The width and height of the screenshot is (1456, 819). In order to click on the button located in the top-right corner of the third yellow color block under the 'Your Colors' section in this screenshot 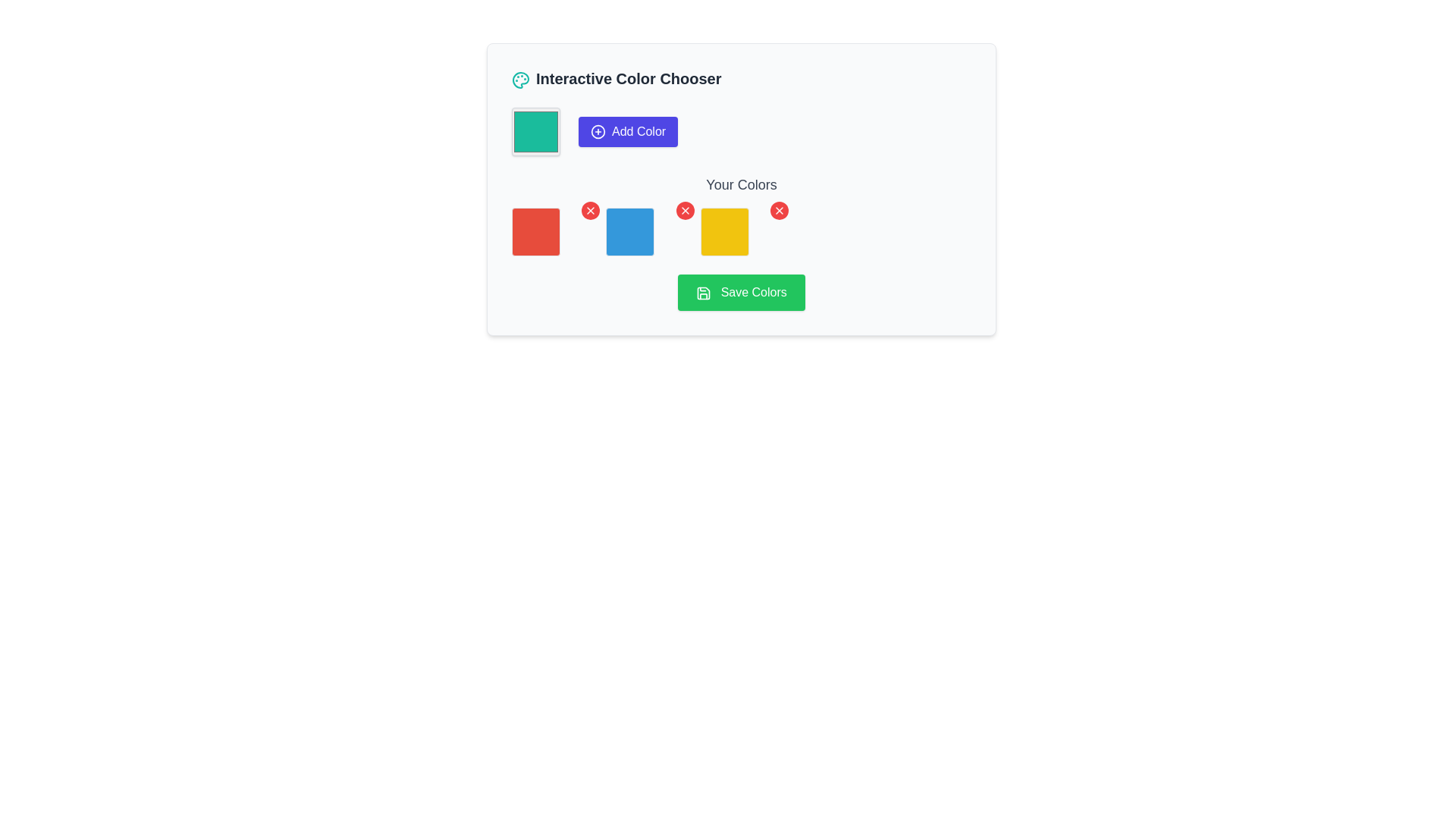, I will do `click(780, 210)`.